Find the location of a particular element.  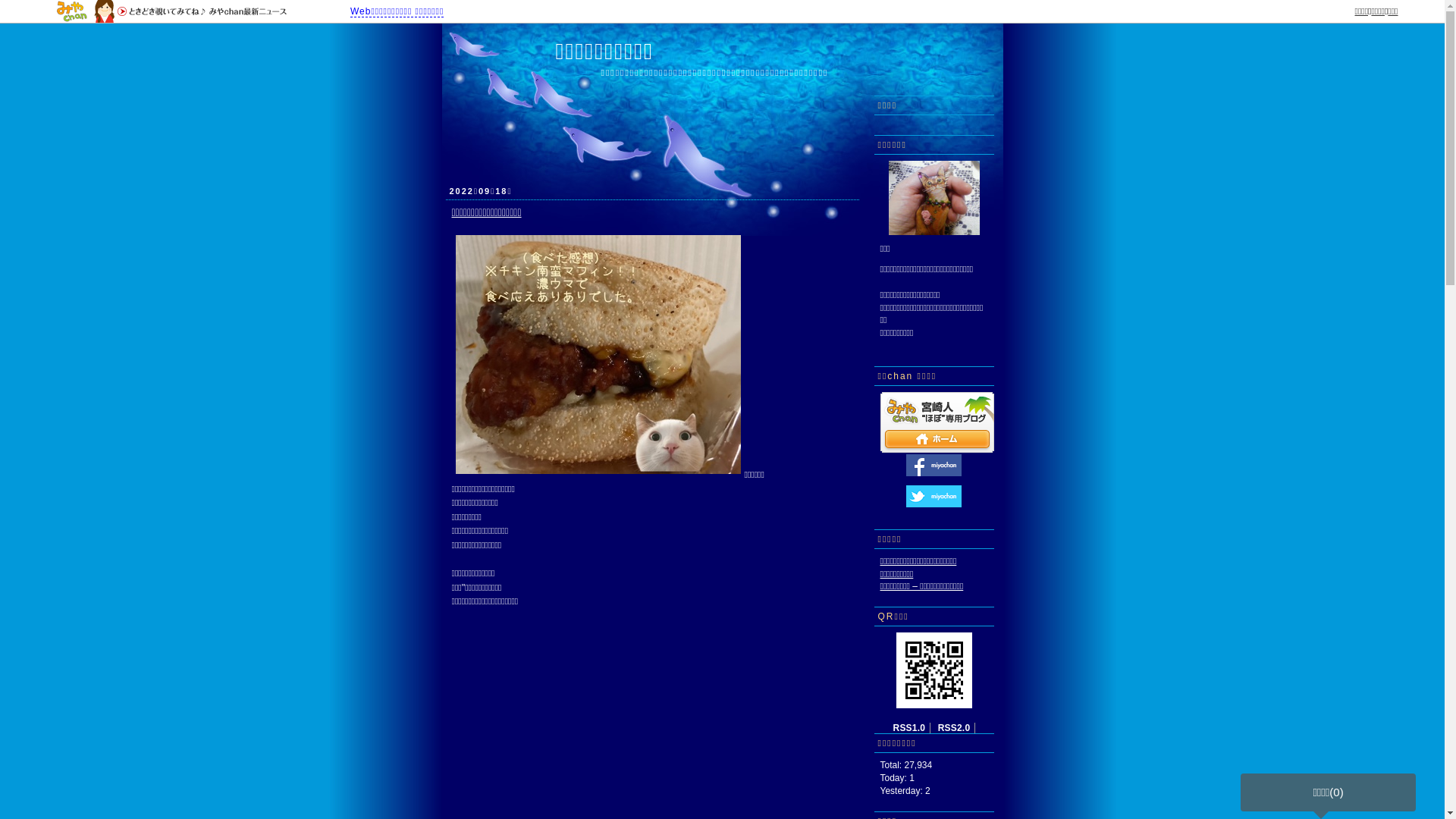

'RSS1.0' is located at coordinates (909, 727).